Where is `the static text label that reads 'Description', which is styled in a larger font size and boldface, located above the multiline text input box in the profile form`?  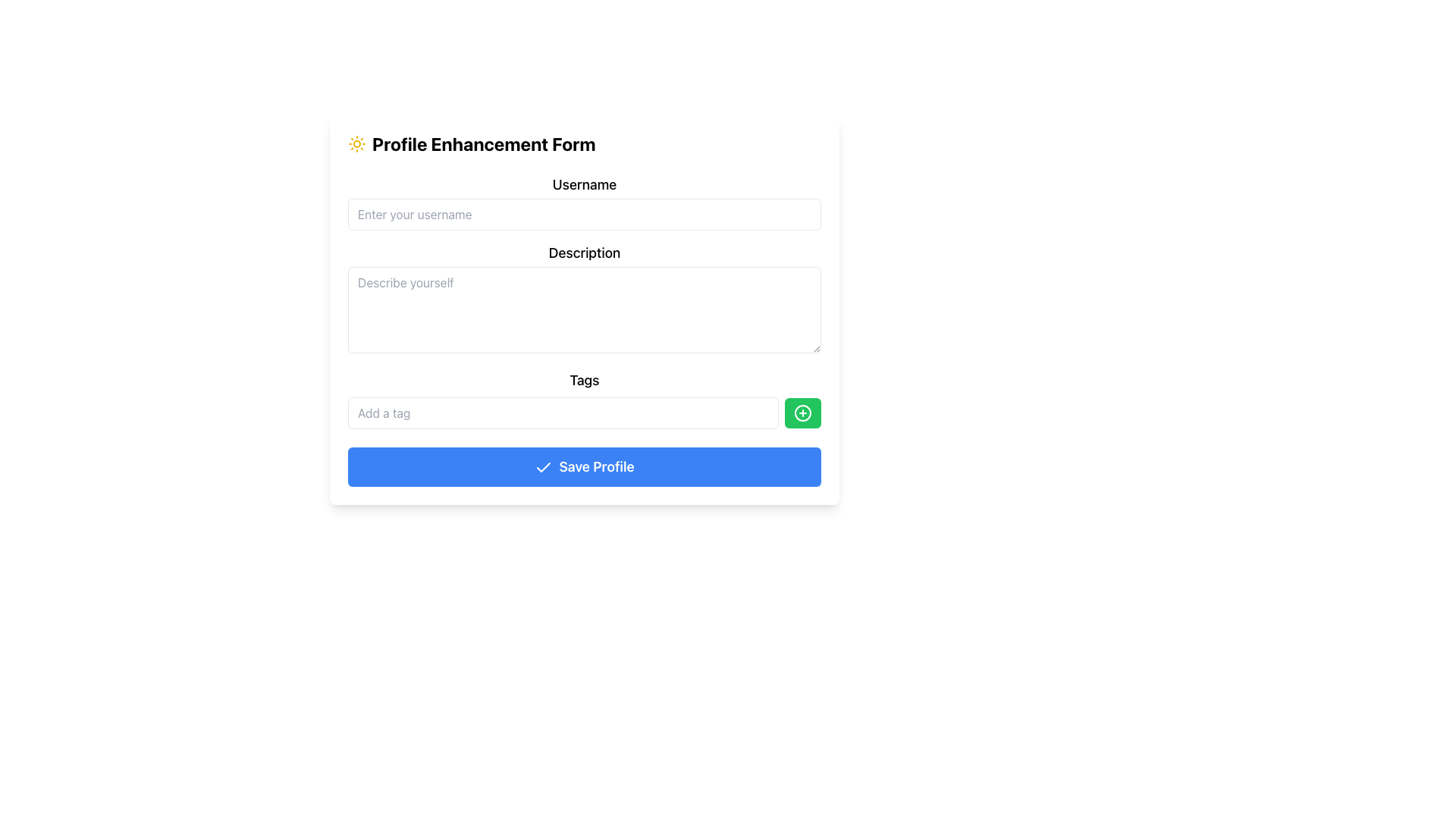
the static text label that reads 'Description', which is styled in a larger font size and boldface, located above the multiline text input box in the profile form is located at coordinates (584, 252).